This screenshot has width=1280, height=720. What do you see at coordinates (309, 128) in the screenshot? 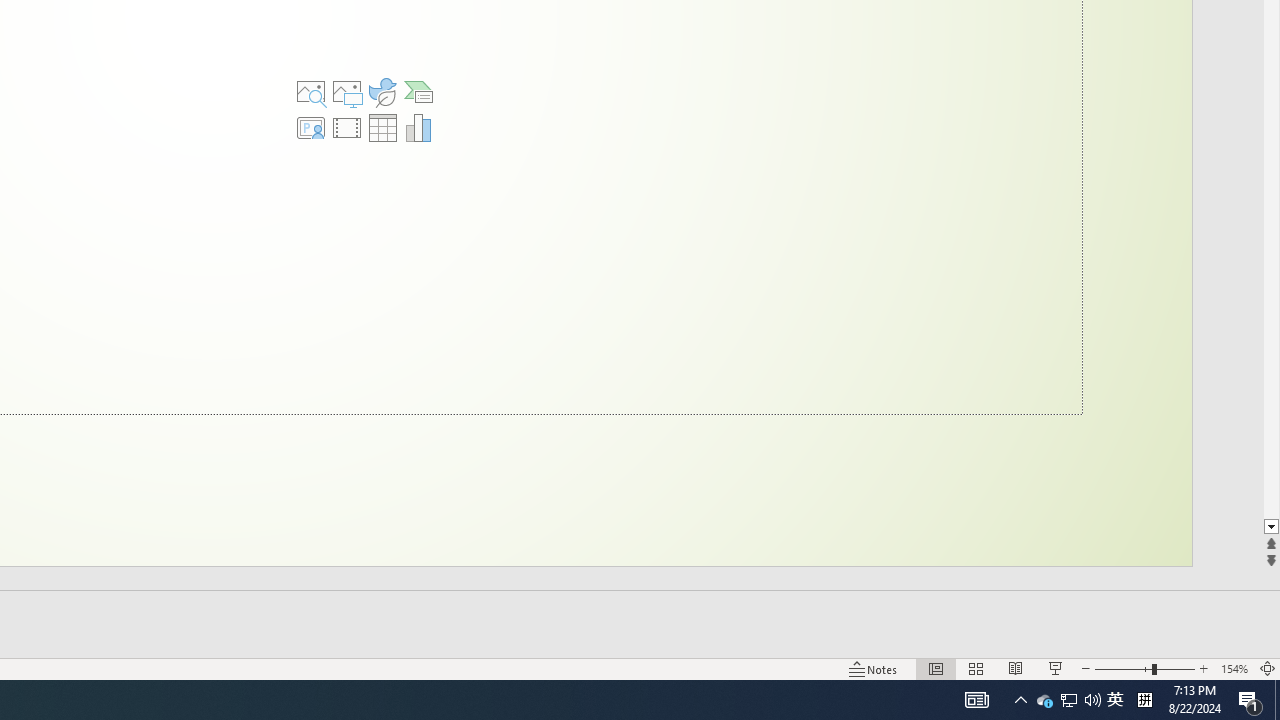
I see `'Insert Cameo'` at bounding box center [309, 128].